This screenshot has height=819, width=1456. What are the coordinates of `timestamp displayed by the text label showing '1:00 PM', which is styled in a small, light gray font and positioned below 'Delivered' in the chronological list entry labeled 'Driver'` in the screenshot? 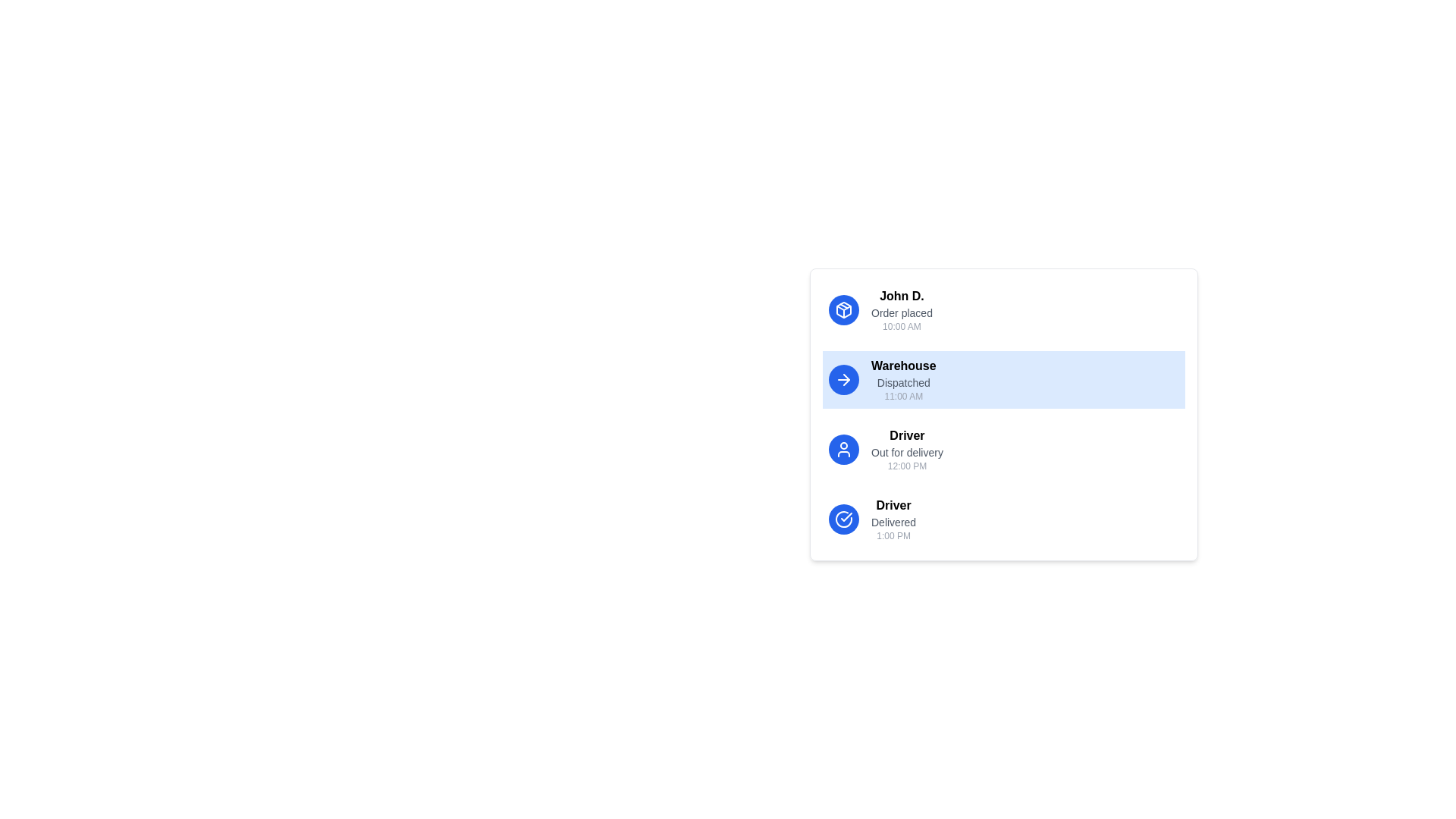 It's located at (893, 535).